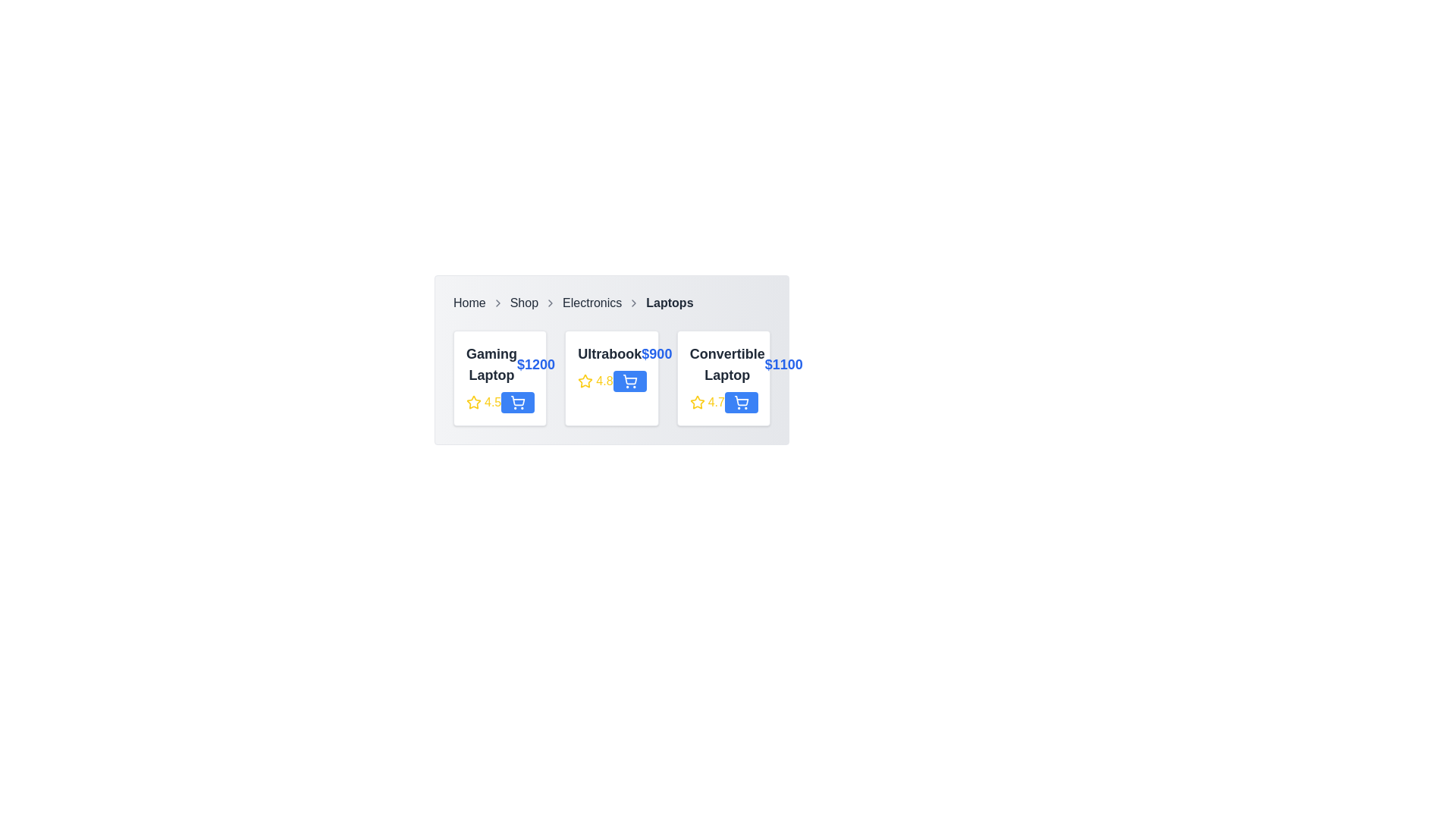  What do you see at coordinates (536, 365) in the screenshot?
I see `the text label displaying '$1200' in bold, blue font, which is located to the right of the title 'Gaming Laptop' within the card details` at bounding box center [536, 365].